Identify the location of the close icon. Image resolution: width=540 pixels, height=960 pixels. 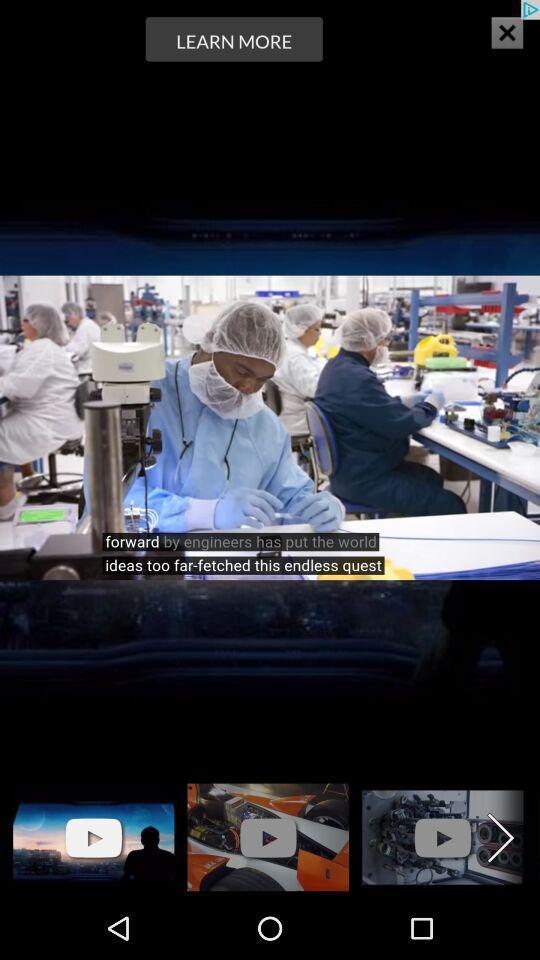
(507, 34).